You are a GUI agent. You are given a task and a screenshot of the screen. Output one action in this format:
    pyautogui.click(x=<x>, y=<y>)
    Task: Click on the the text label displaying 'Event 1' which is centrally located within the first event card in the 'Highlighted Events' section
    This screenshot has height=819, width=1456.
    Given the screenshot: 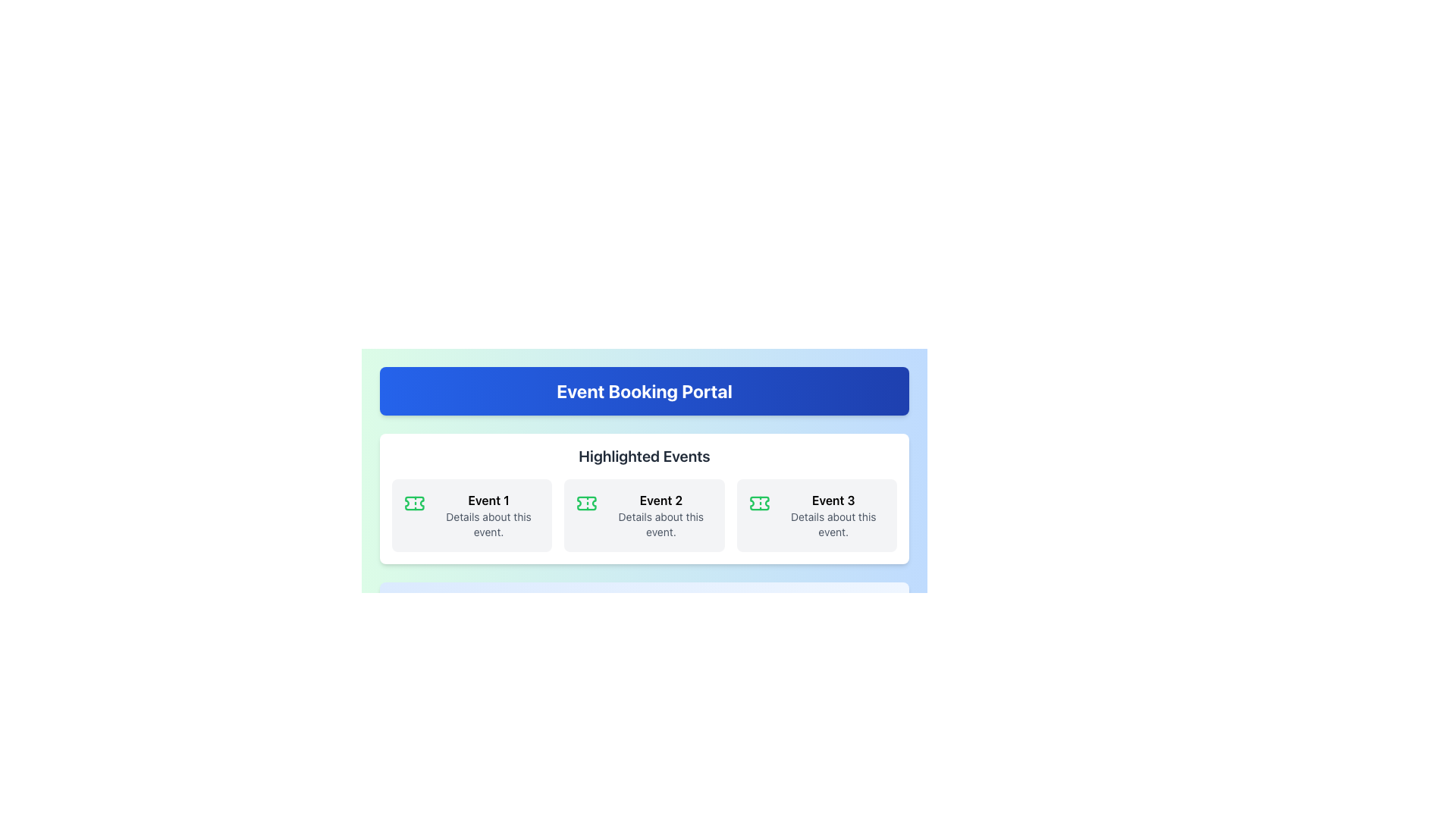 What is the action you would take?
    pyautogui.click(x=488, y=500)
    